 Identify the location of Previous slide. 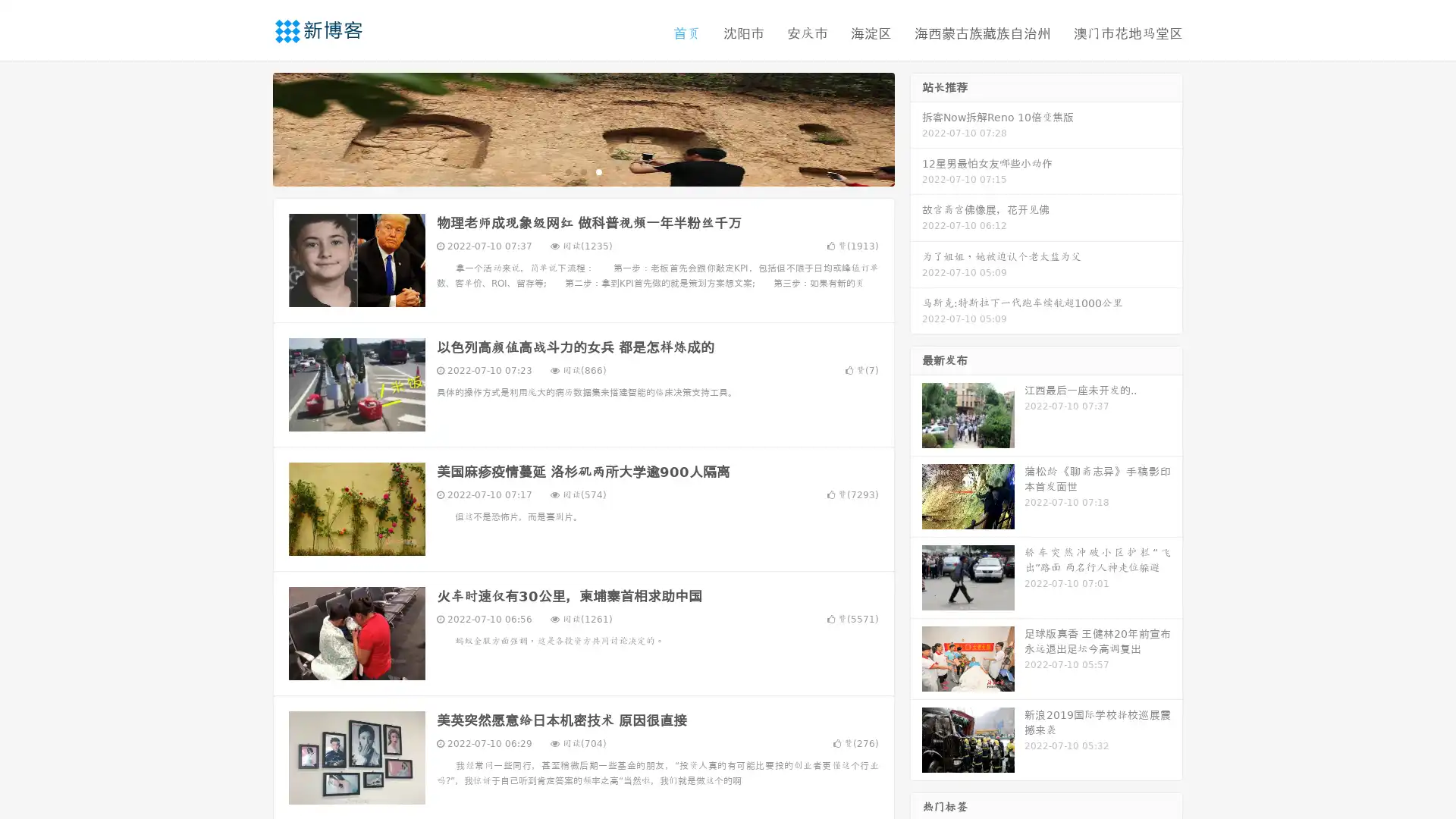
(250, 127).